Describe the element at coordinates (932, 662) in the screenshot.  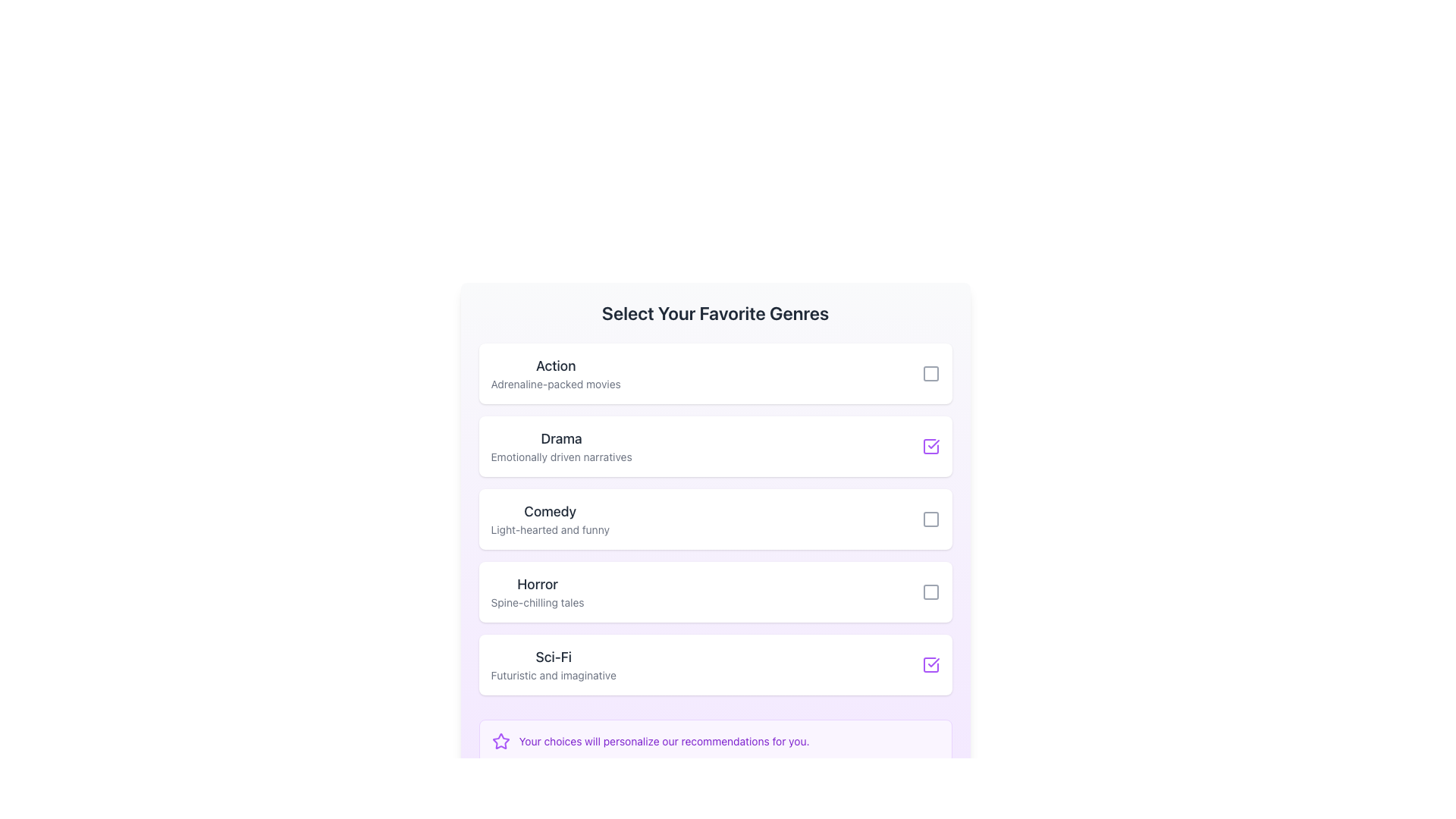
I see `the check-mark icon with a purple outline indicating selection for the 'Sci-Fi' option` at that location.